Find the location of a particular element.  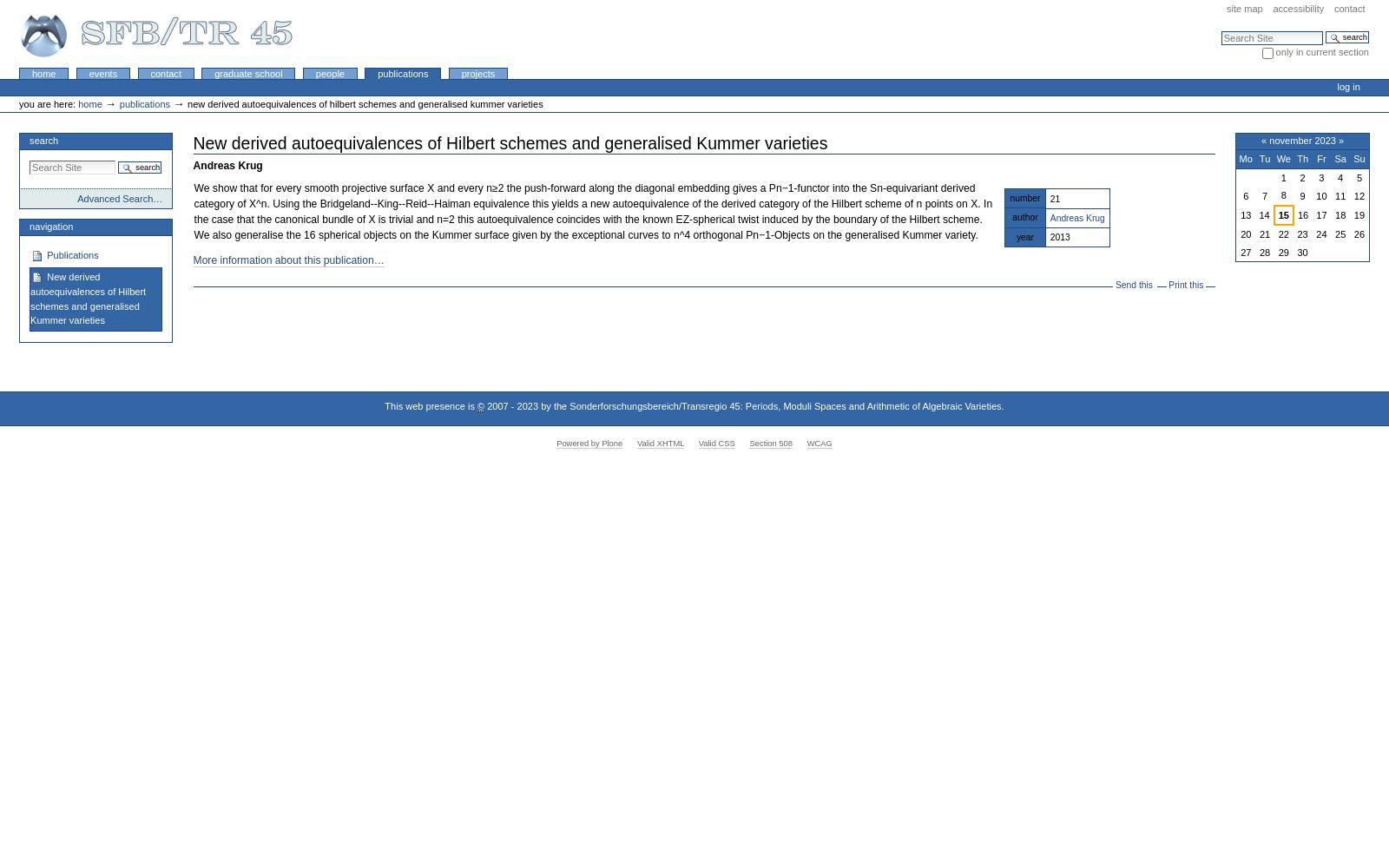

'Print this' is located at coordinates (1185, 284).